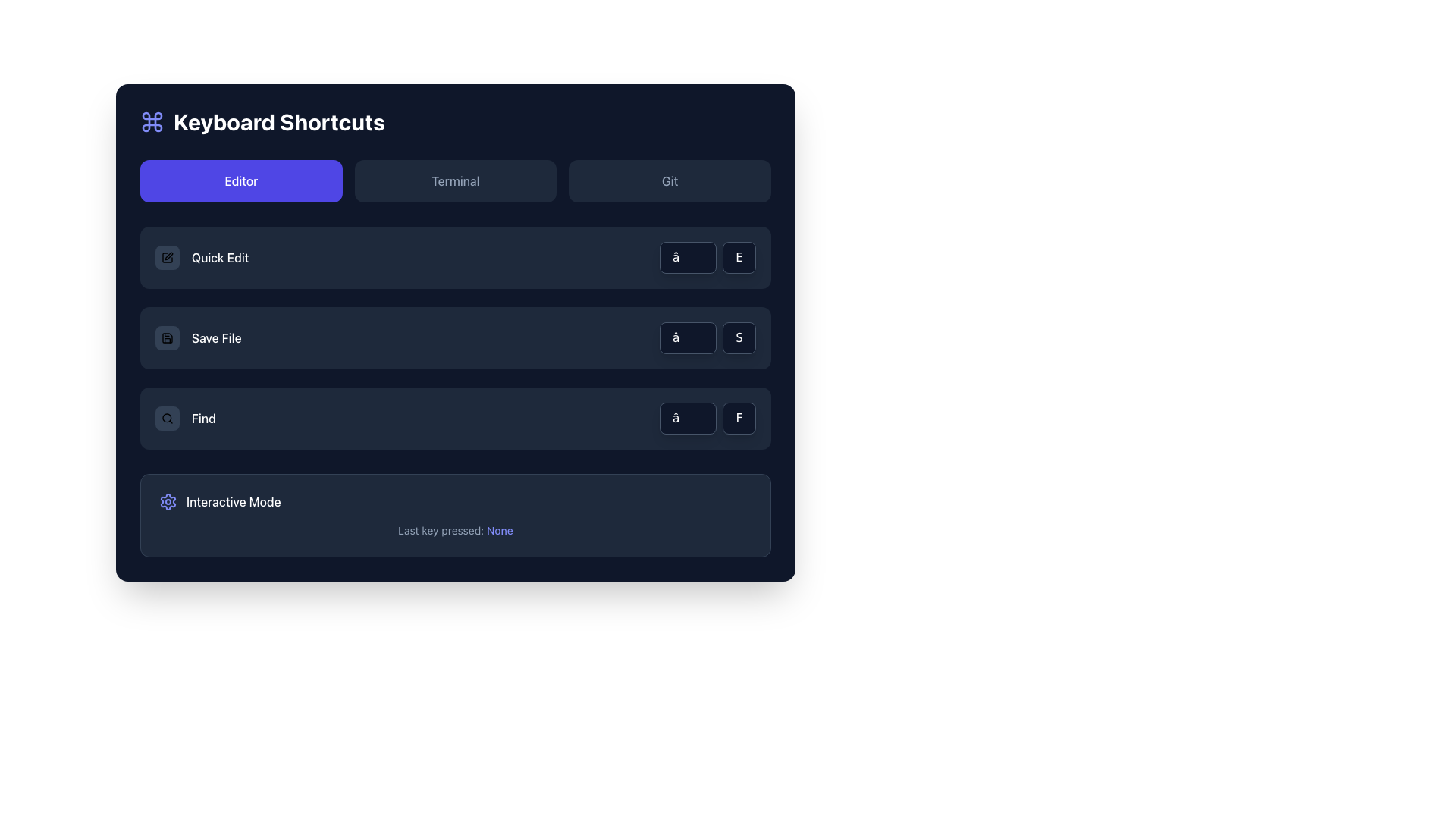 Image resolution: width=1456 pixels, height=819 pixels. I want to click on the Key combination display indicating the '⌘' and 'S' keys for the 'Save File' action, located to the right of the 'Save File' label in the 'Keyboard Shortcuts' interface, so click(707, 337).